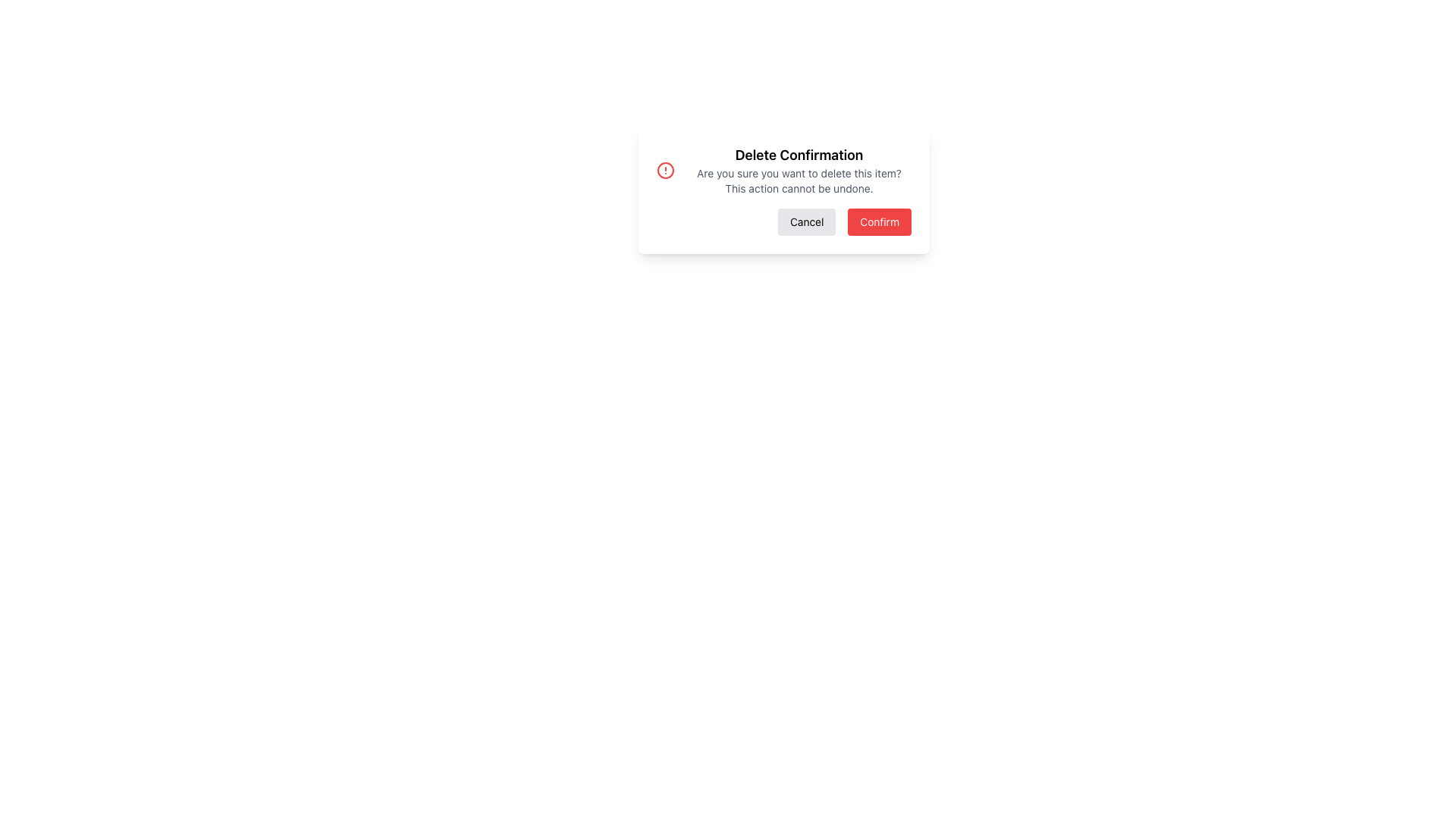 The width and height of the screenshot is (1456, 819). Describe the element at coordinates (806, 222) in the screenshot. I see `the 'Cancel' button, which is a rectangular button with a light gray background and rounded borders` at that location.